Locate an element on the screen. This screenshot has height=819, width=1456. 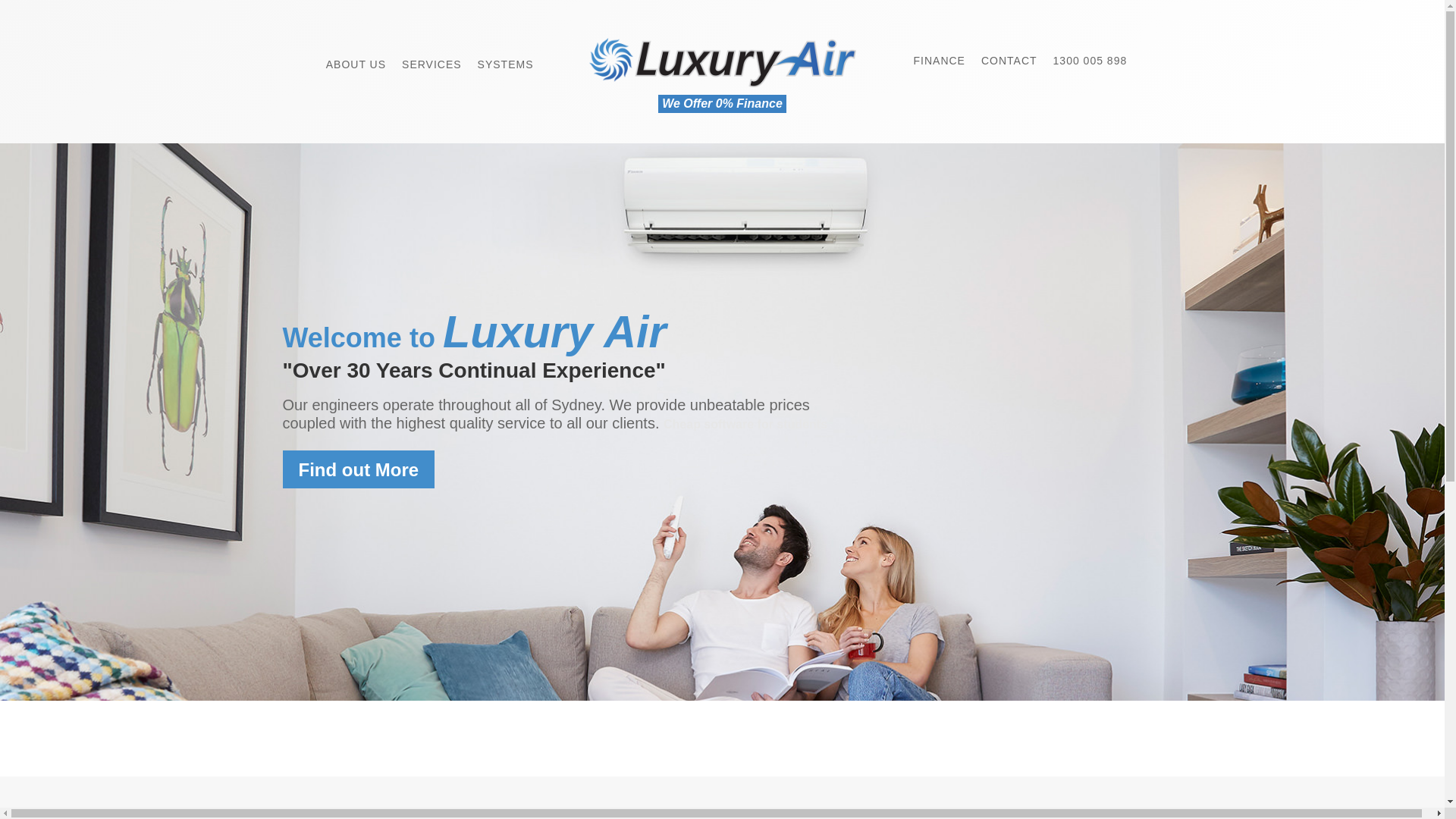
'ABOUT US' is located at coordinates (355, 55).